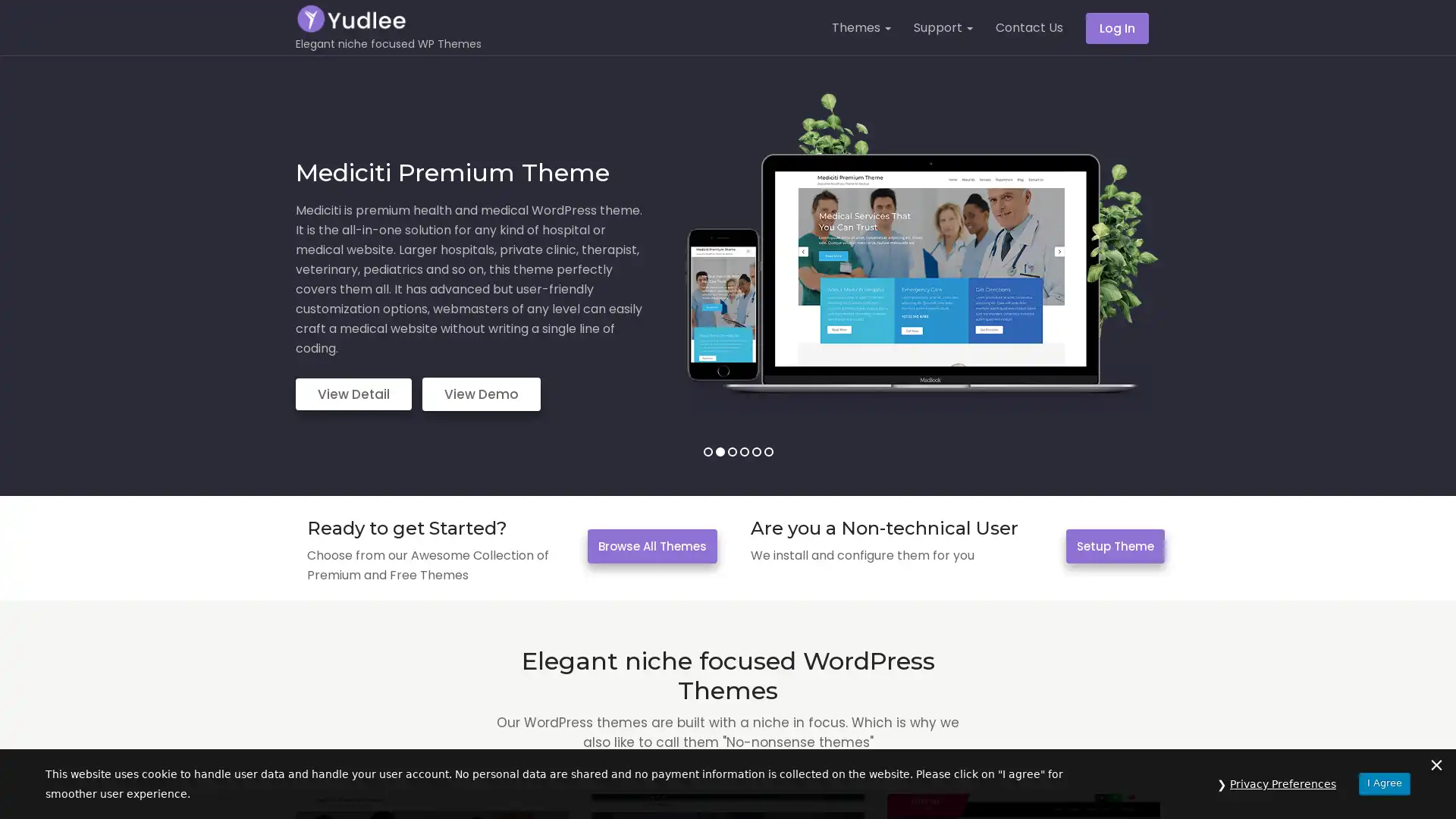 This screenshot has height=819, width=1456. Describe the element at coordinates (1282, 783) in the screenshot. I see `Privacy Preferences` at that location.